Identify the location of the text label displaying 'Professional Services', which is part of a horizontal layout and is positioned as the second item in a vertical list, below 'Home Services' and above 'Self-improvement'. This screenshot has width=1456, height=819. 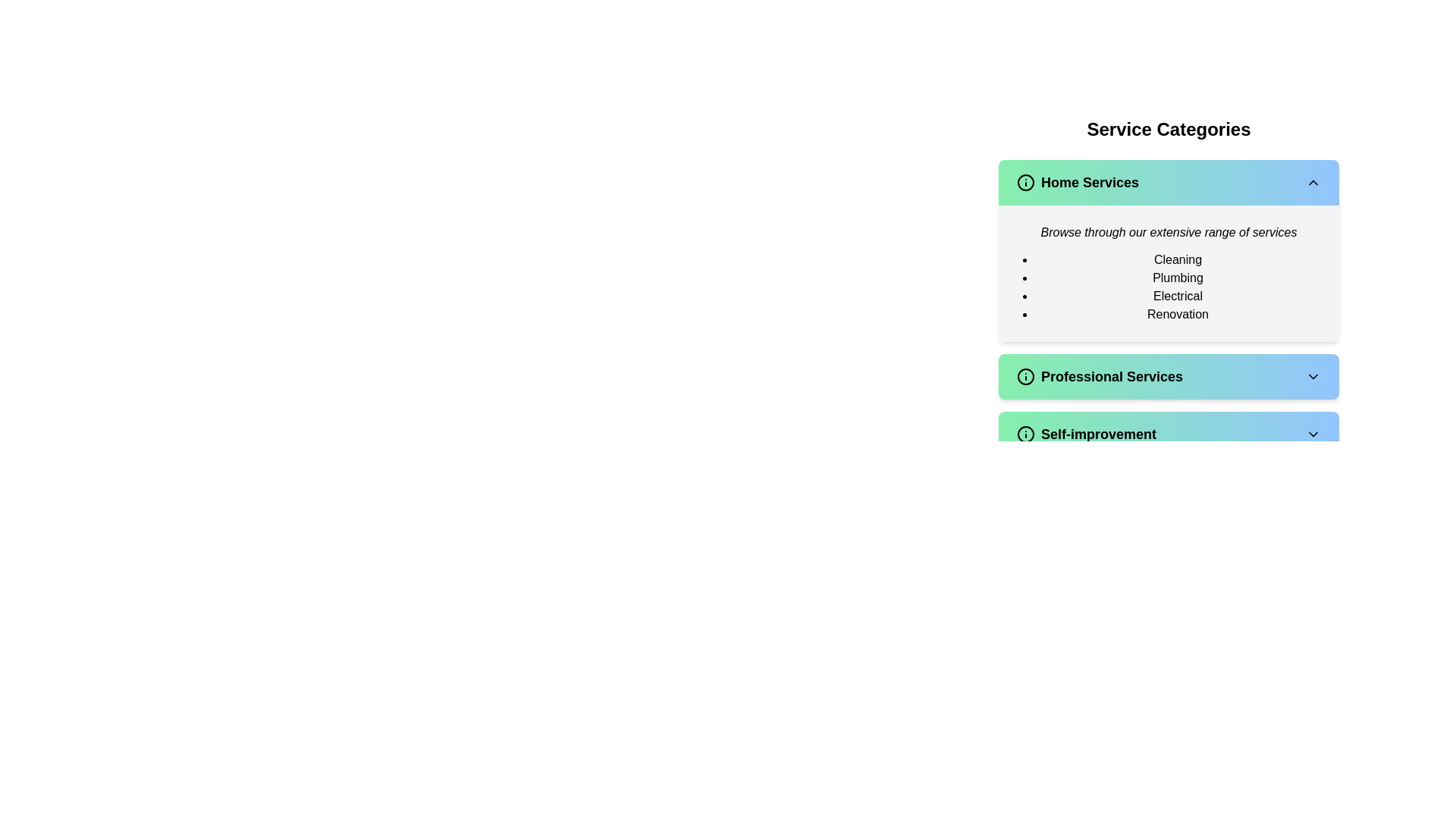
(1100, 376).